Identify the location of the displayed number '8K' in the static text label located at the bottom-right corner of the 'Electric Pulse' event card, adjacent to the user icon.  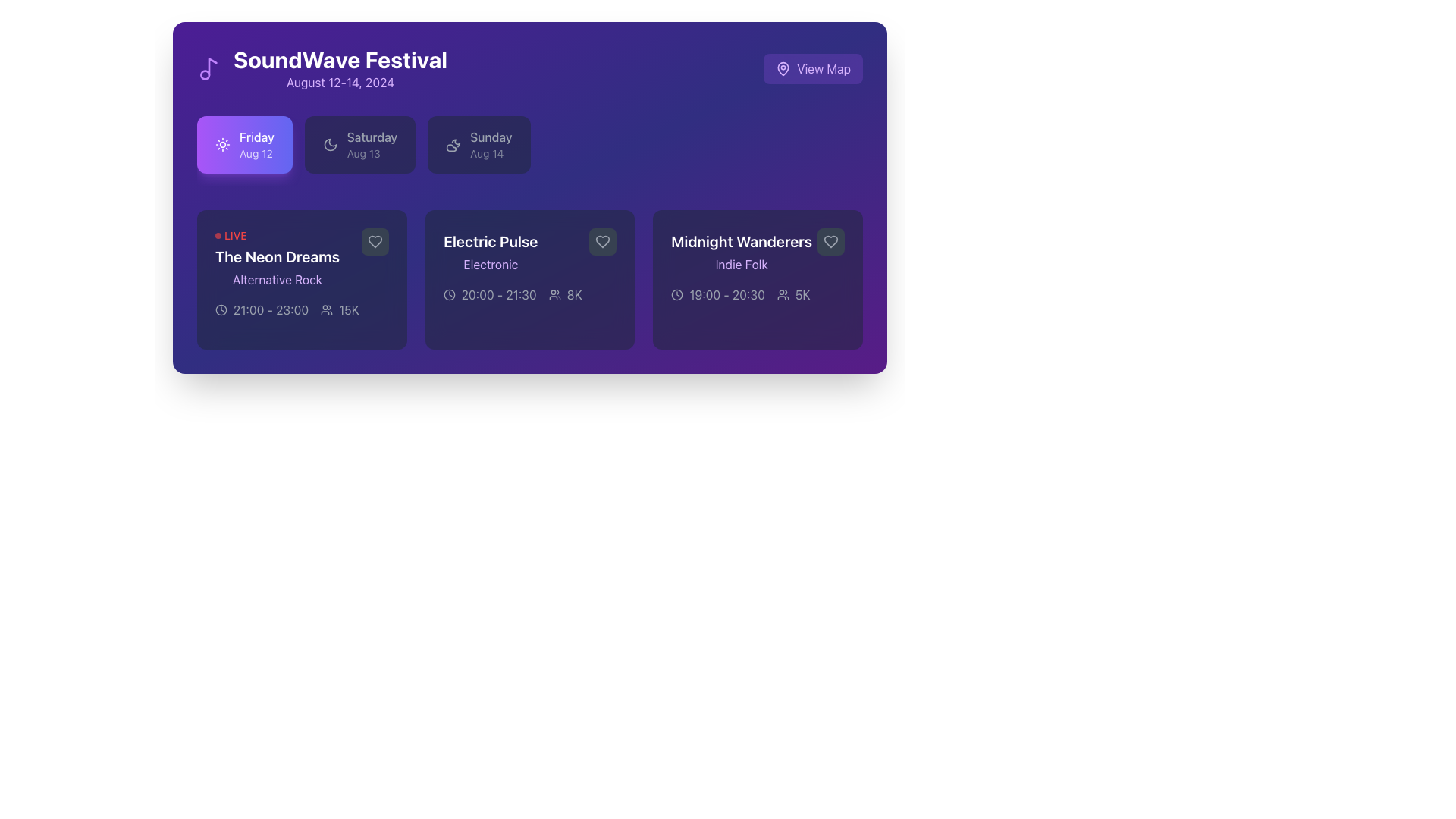
(573, 295).